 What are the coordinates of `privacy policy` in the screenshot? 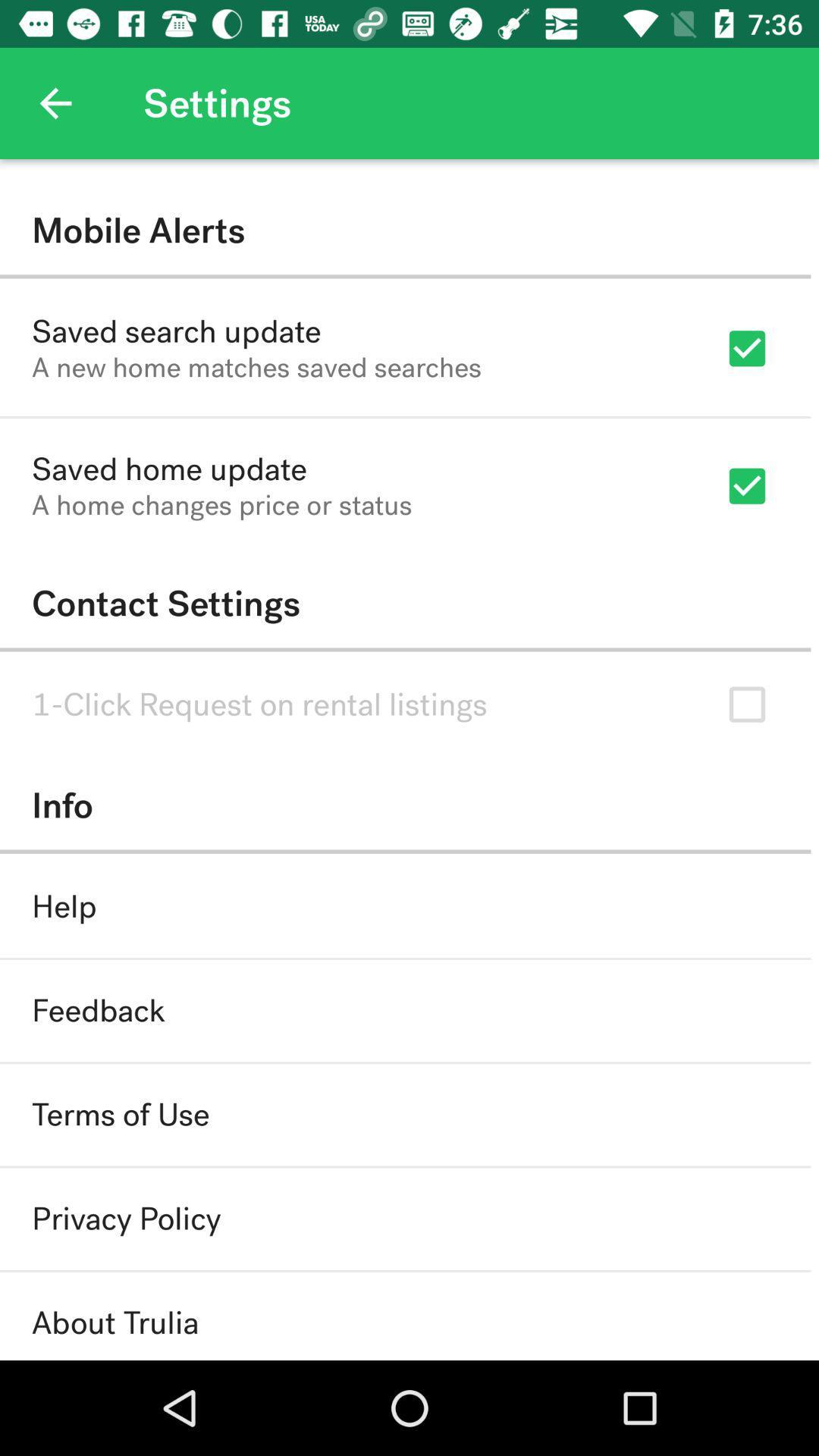 It's located at (125, 1219).